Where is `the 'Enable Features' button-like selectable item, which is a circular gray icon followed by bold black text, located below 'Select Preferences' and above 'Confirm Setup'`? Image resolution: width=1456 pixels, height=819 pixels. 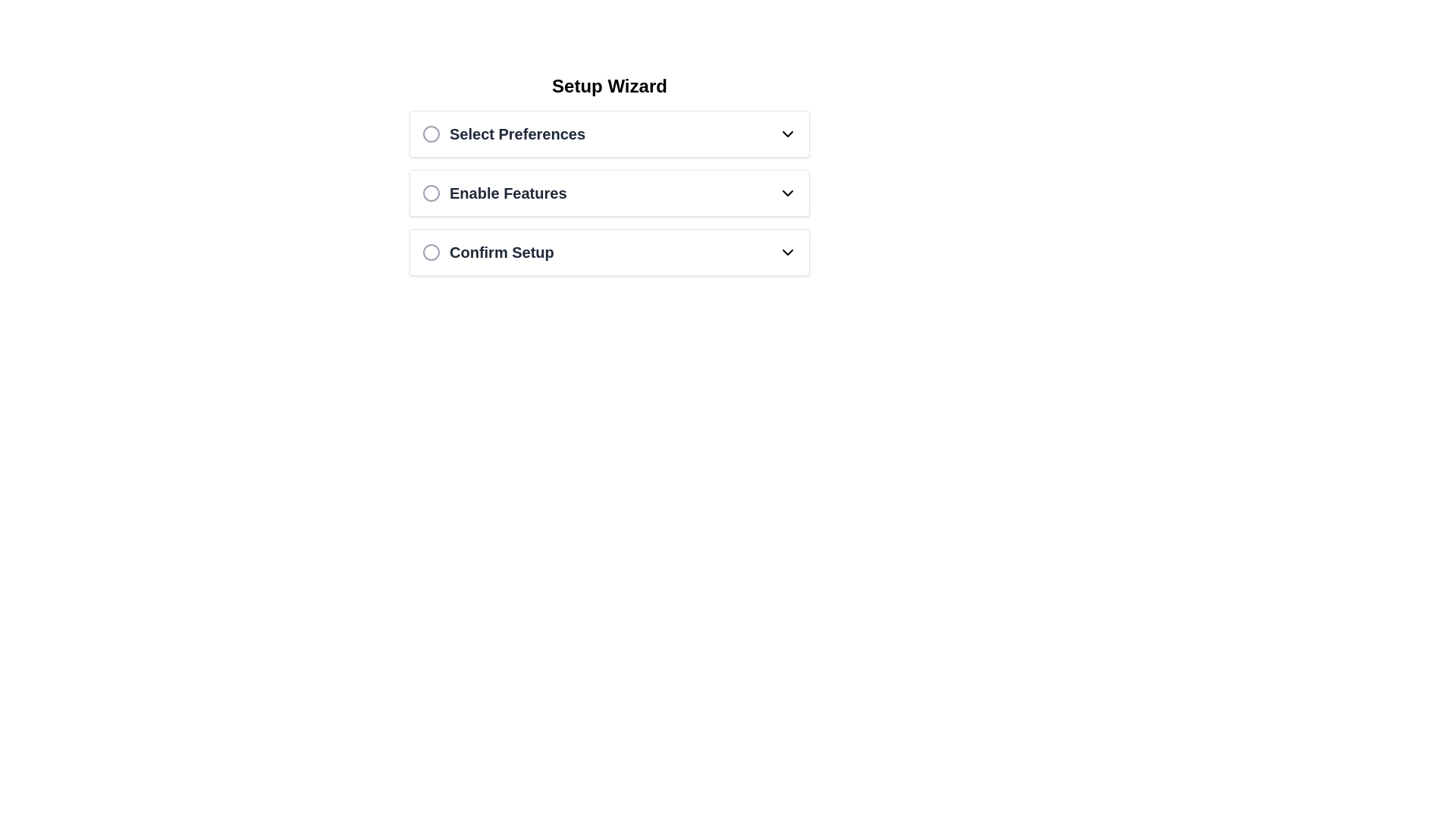 the 'Enable Features' button-like selectable item, which is a circular gray icon followed by bold black text, located below 'Select Preferences' and above 'Confirm Setup' is located at coordinates (494, 192).